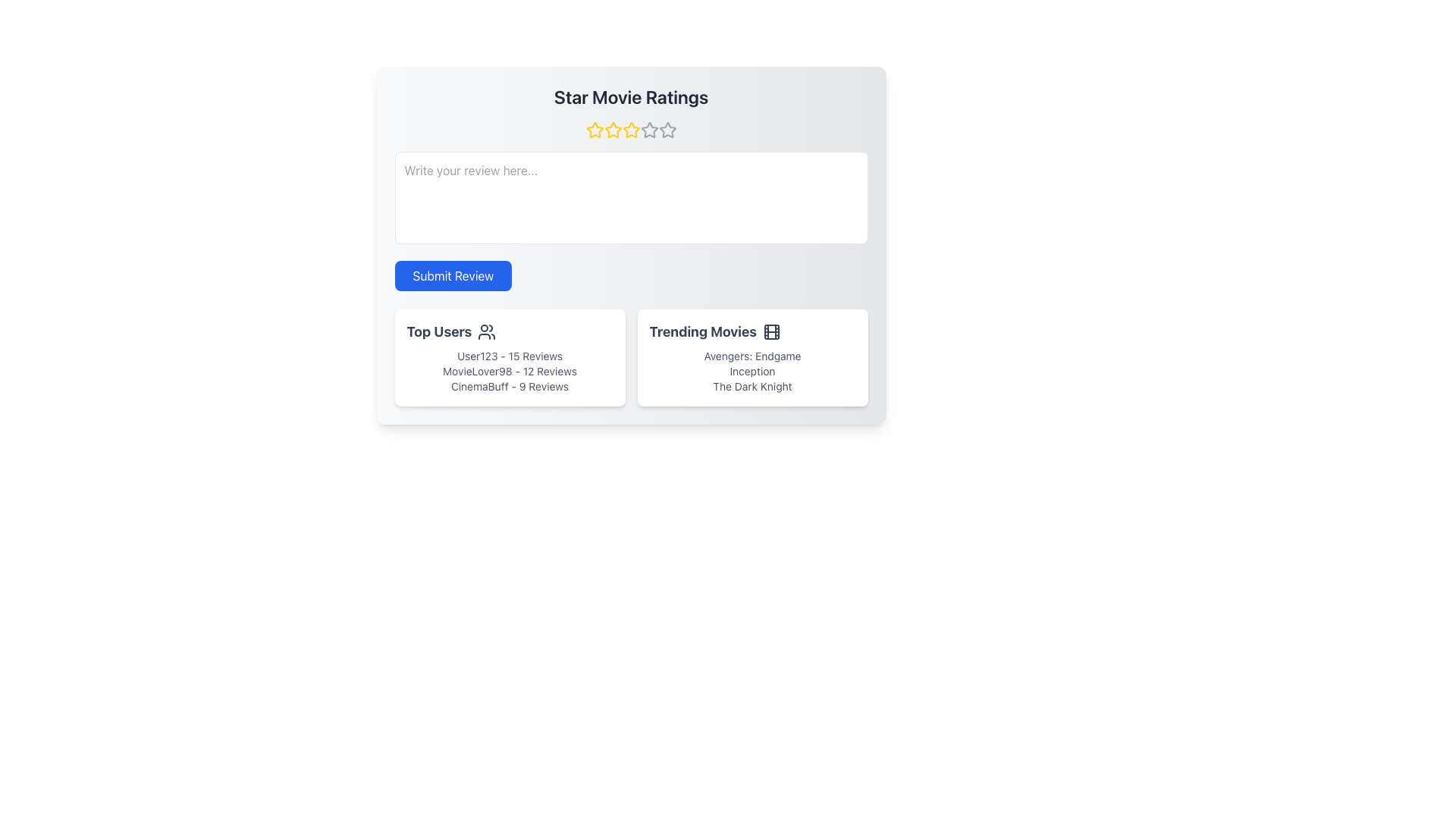  I want to click on the text block containing the movie titles 'Avengers: Endgame', 'Inception', and 'The Dark Knight' located in the 'Trending Movies' panel in the bottom-right corner of the interface, so click(752, 371).